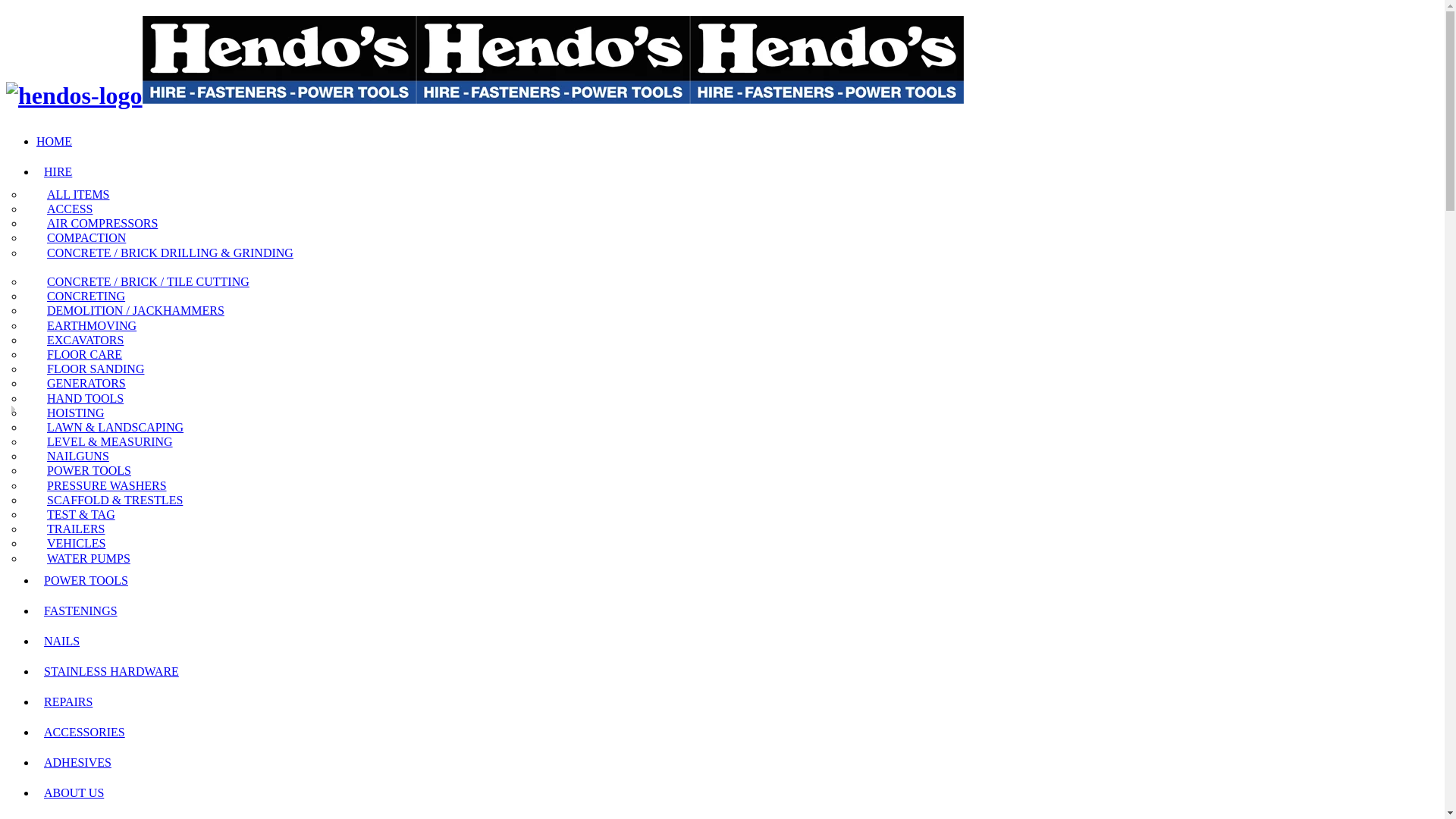  What do you see at coordinates (90, 369) in the screenshot?
I see `'FLOOR SANDING'` at bounding box center [90, 369].